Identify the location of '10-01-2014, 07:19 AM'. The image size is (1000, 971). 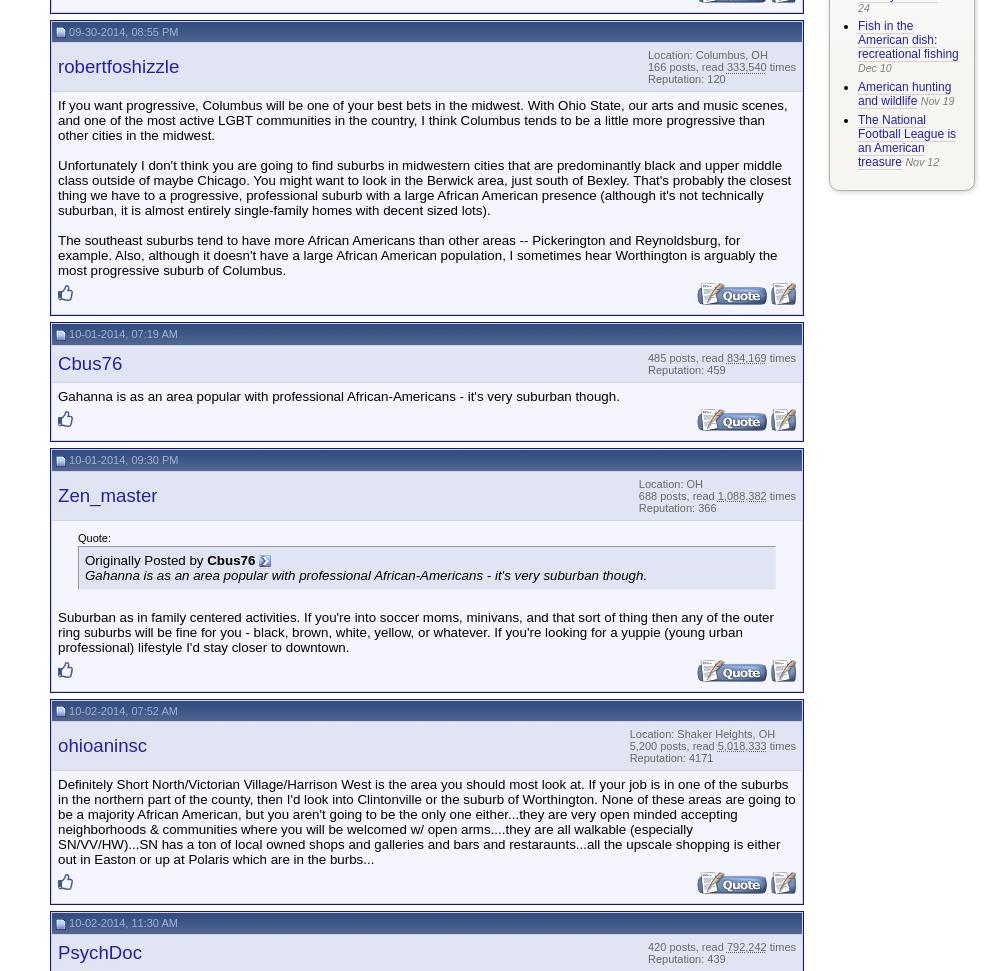
(120, 334).